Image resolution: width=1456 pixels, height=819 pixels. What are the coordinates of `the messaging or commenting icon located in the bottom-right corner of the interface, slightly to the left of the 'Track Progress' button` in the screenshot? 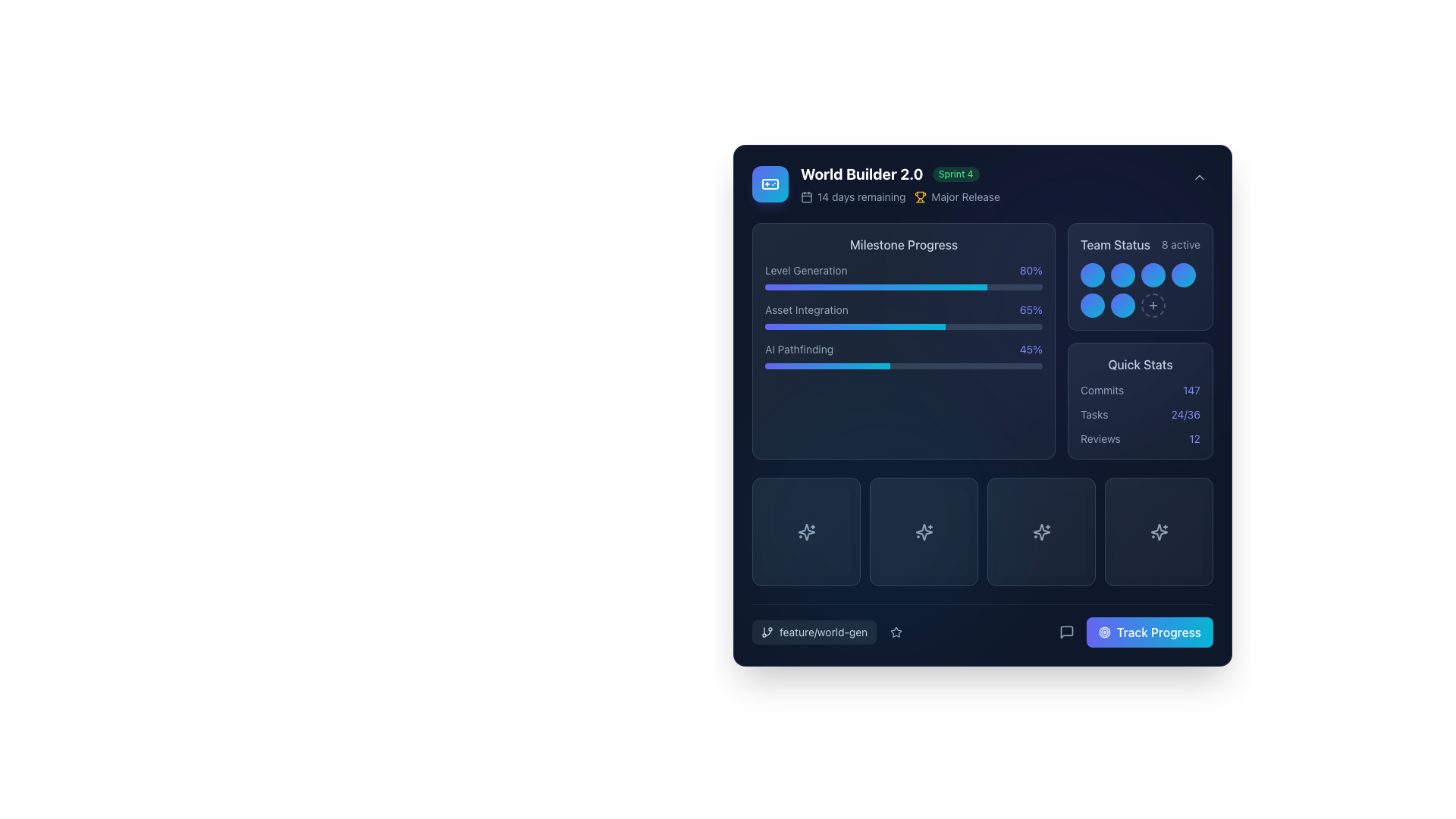 It's located at (1065, 632).